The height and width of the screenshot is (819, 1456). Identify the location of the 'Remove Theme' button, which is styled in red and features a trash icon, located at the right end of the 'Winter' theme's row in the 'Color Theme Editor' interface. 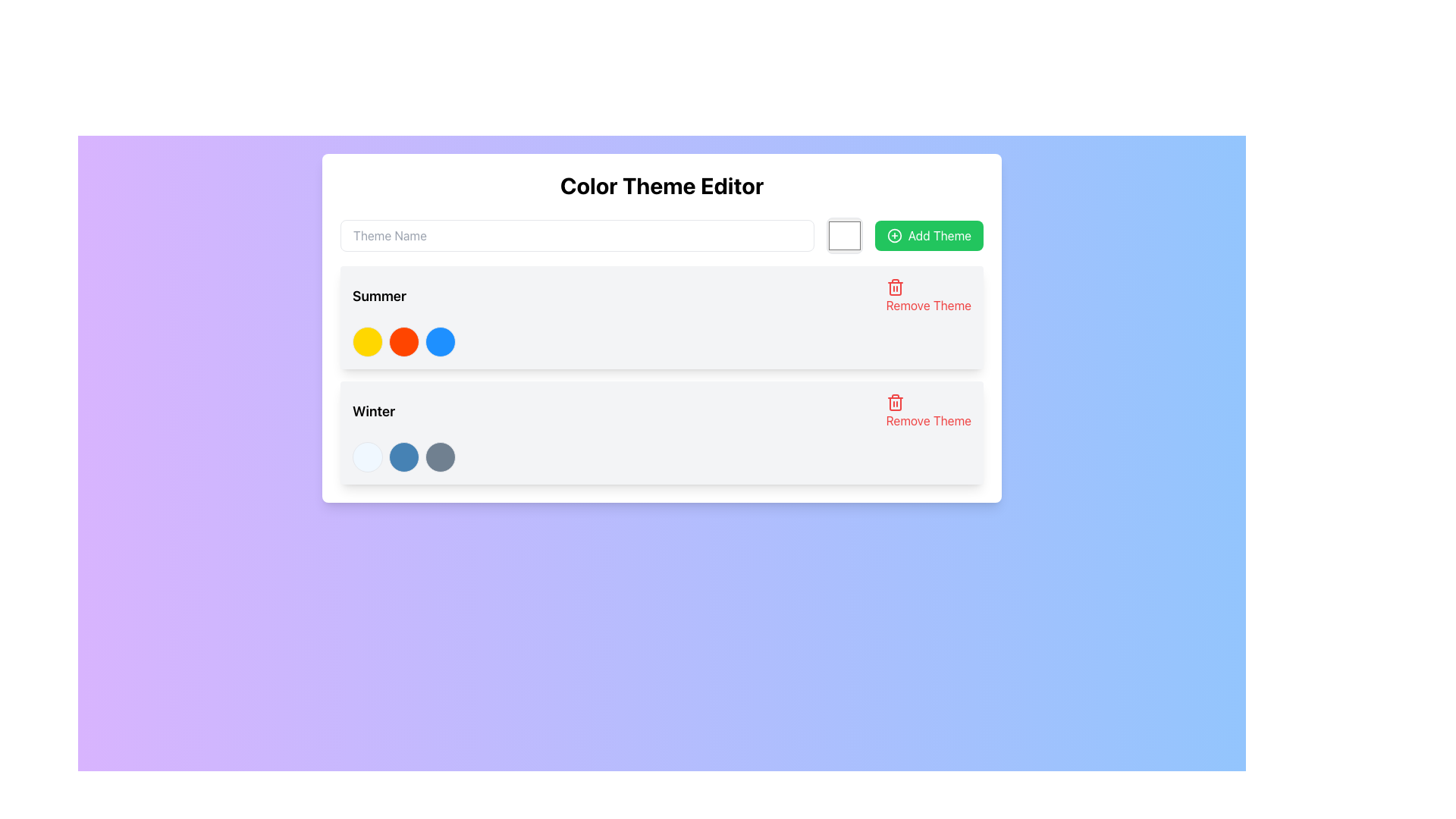
(927, 412).